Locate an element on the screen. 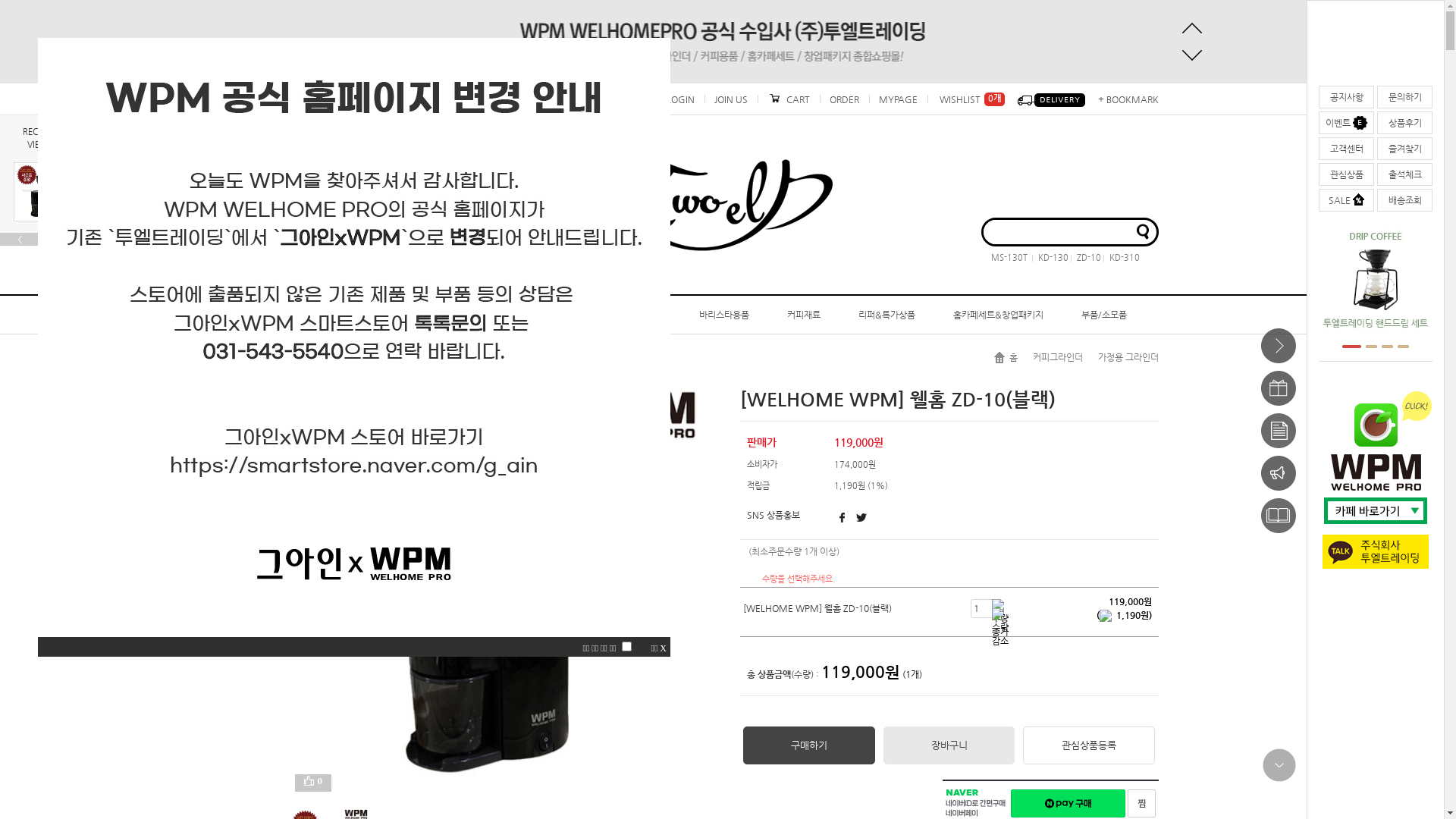 The width and height of the screenshot is (1456, 819). '3' is located at coordinates (1379, 346).